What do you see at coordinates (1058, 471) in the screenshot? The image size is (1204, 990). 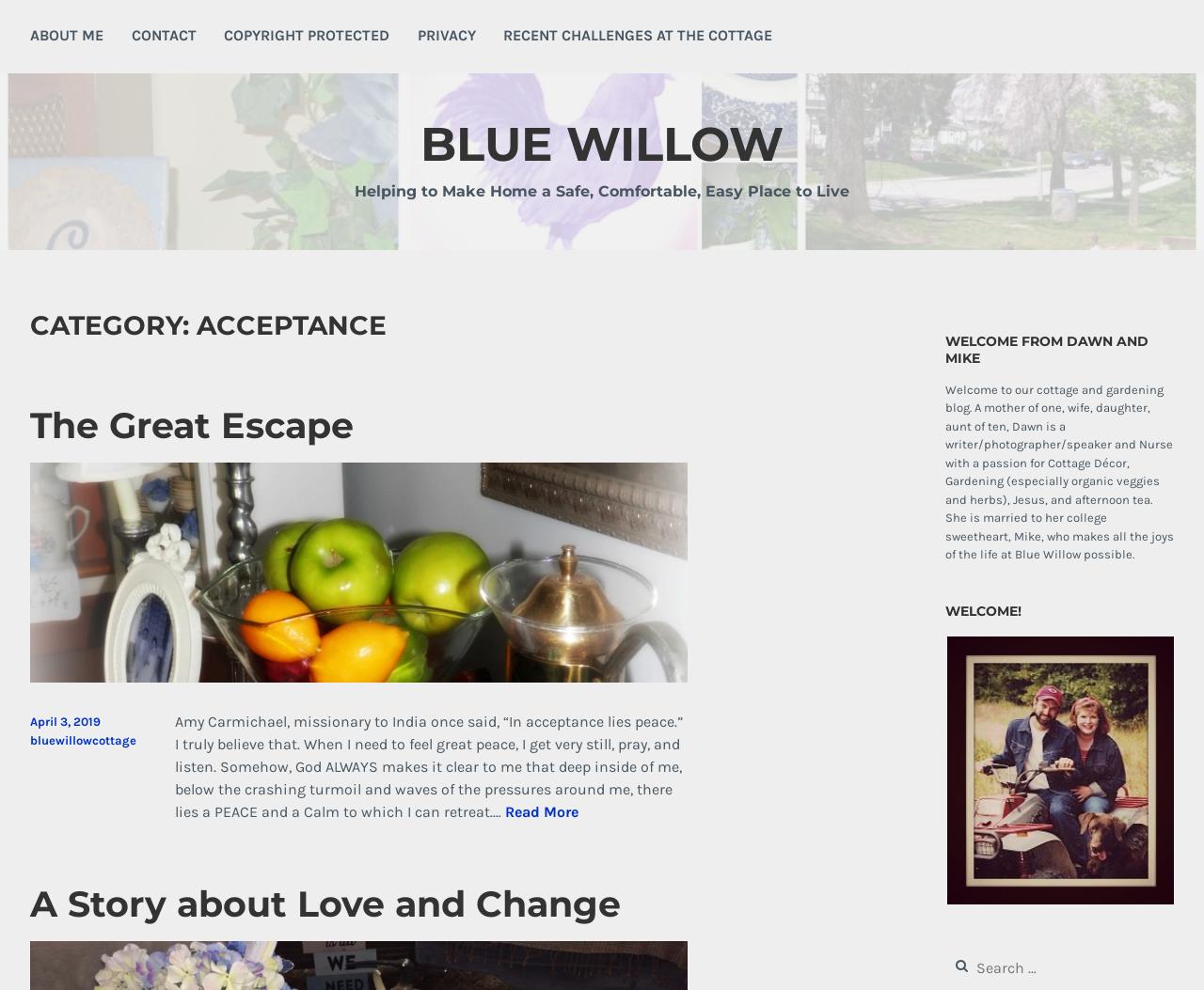 I see `'Welcome to our cottage and gardening blog. A mother of one, wife, daughter, aunt of ten, Dawn is a writer/photographer/speaker and Nurse with a passion for Cottage Décor, Gardening (especially organic veggies and herbs), Jesus, and afternoon tea.  She is married to her college sweetheart, Mike, who makes all the joys of the life at Blue Willow possible.'` at bounding box center [1058, 471].